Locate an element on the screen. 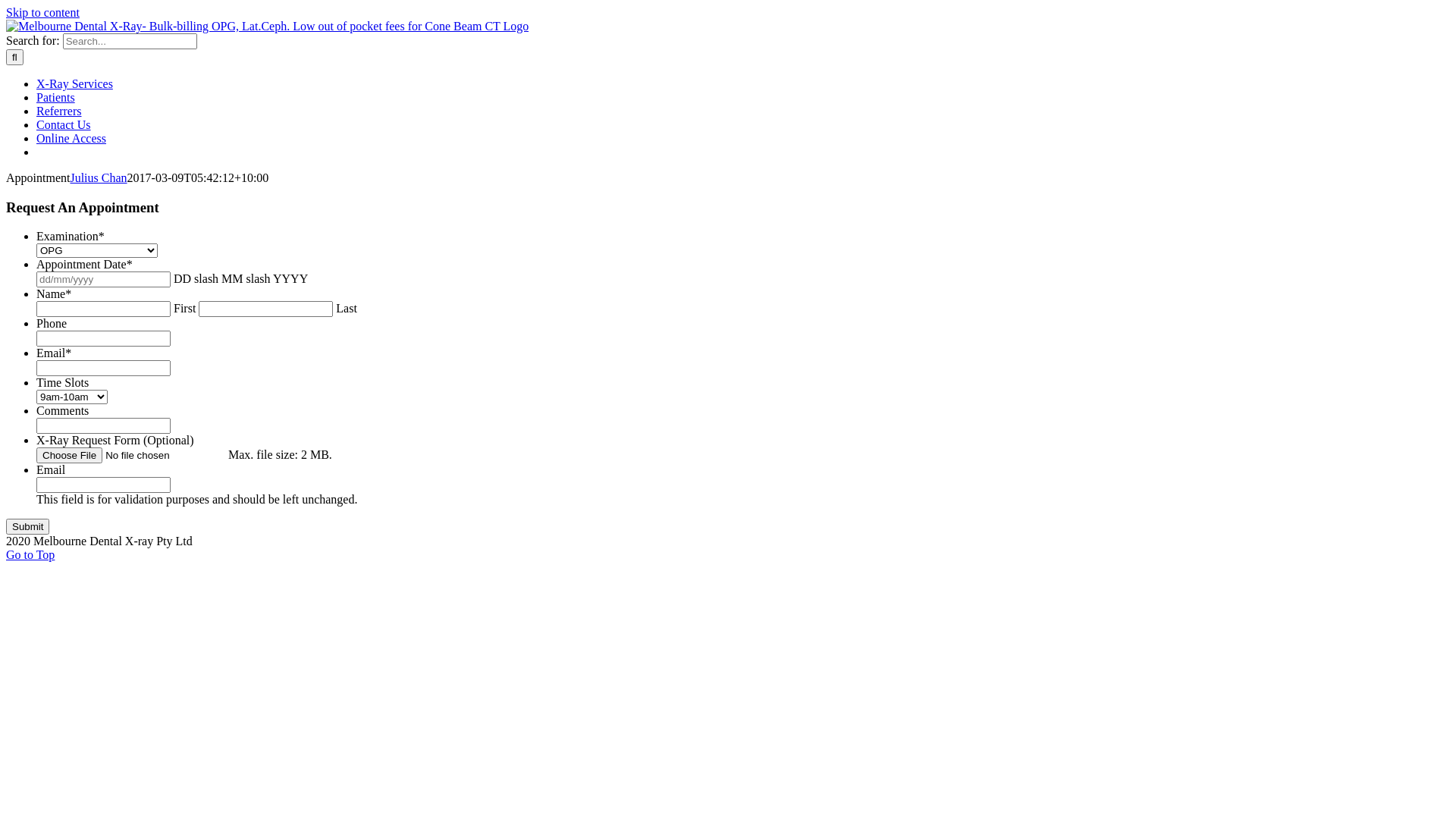 This screenshot has height=819, width=1456. 'Submit' is located at coordinates (27, 526).